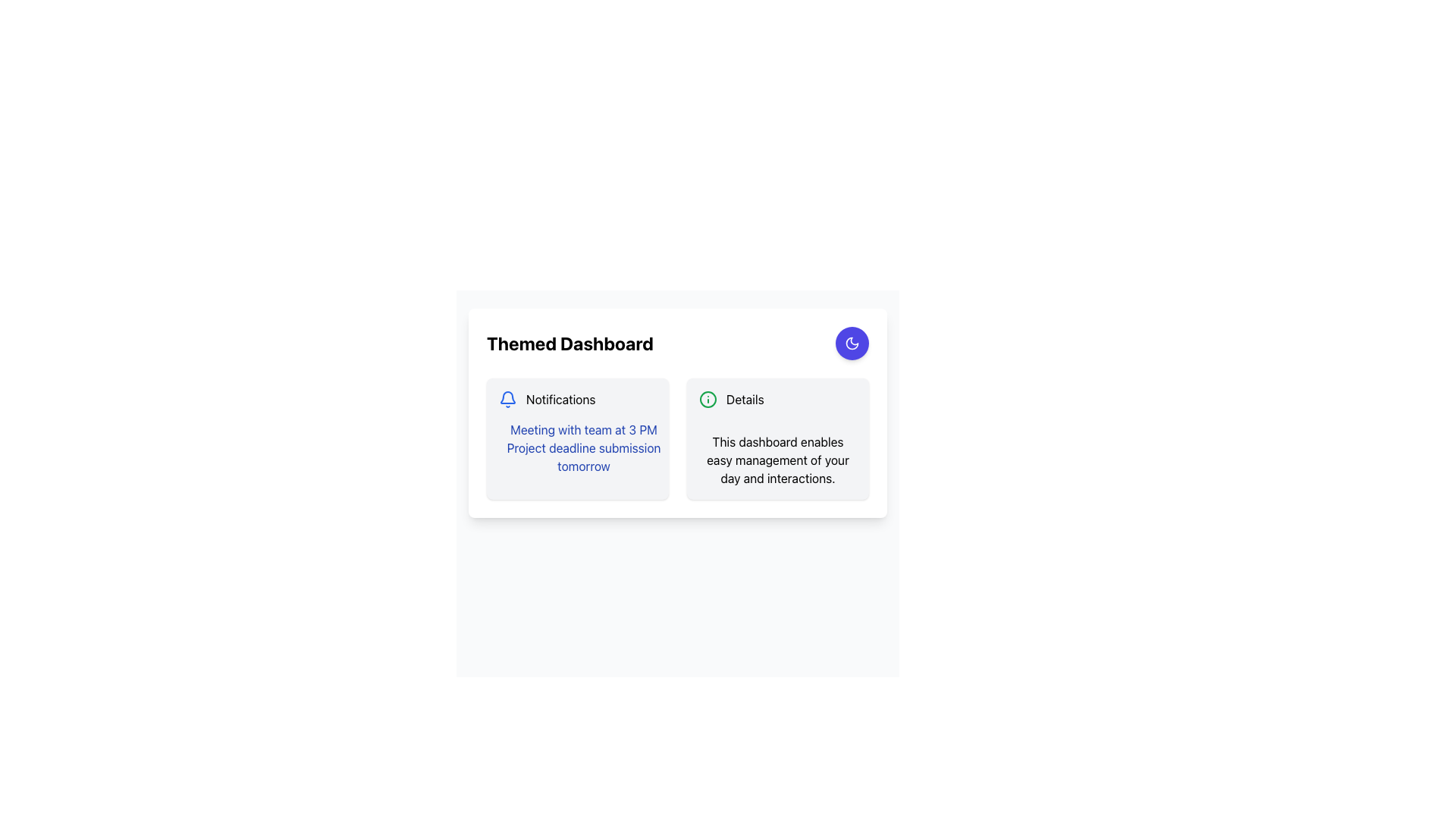 Image resolution: width=1456 pixels, height=819 pixels. Describe the element at coordinates (778, 459) in the screenshot. I see `static text block that contains the sentence: 'This dashboard enables easy management of your day and interactions.' It is centrally aligned within a white rectangular card with rounded corners, located below a heading labeled 'Details'` at that location.